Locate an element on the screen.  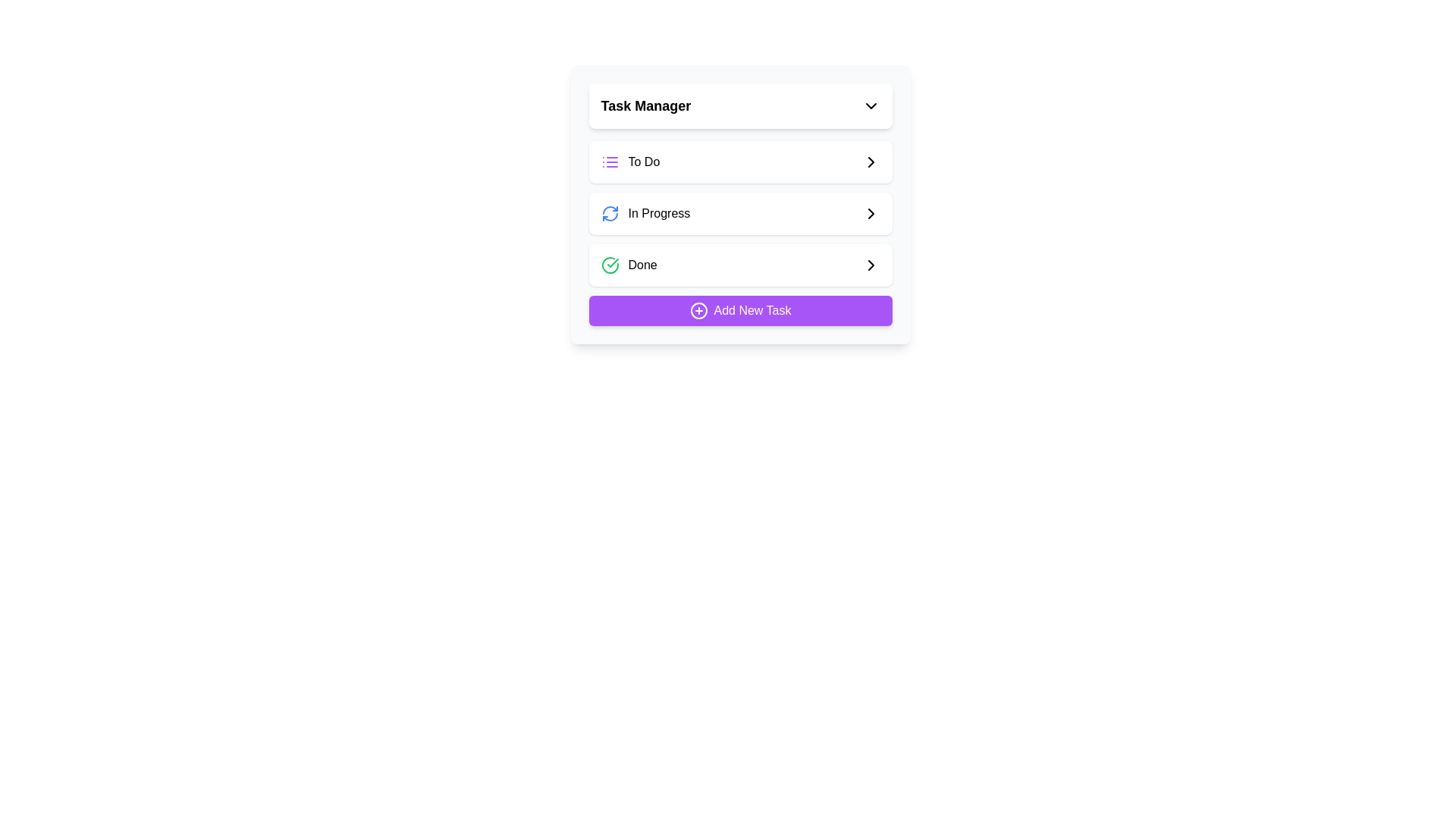
the circular icon with a green outline and a checkmark in its center, located in the 'Done' section of the task management interface is located at coordinates (610, 265).